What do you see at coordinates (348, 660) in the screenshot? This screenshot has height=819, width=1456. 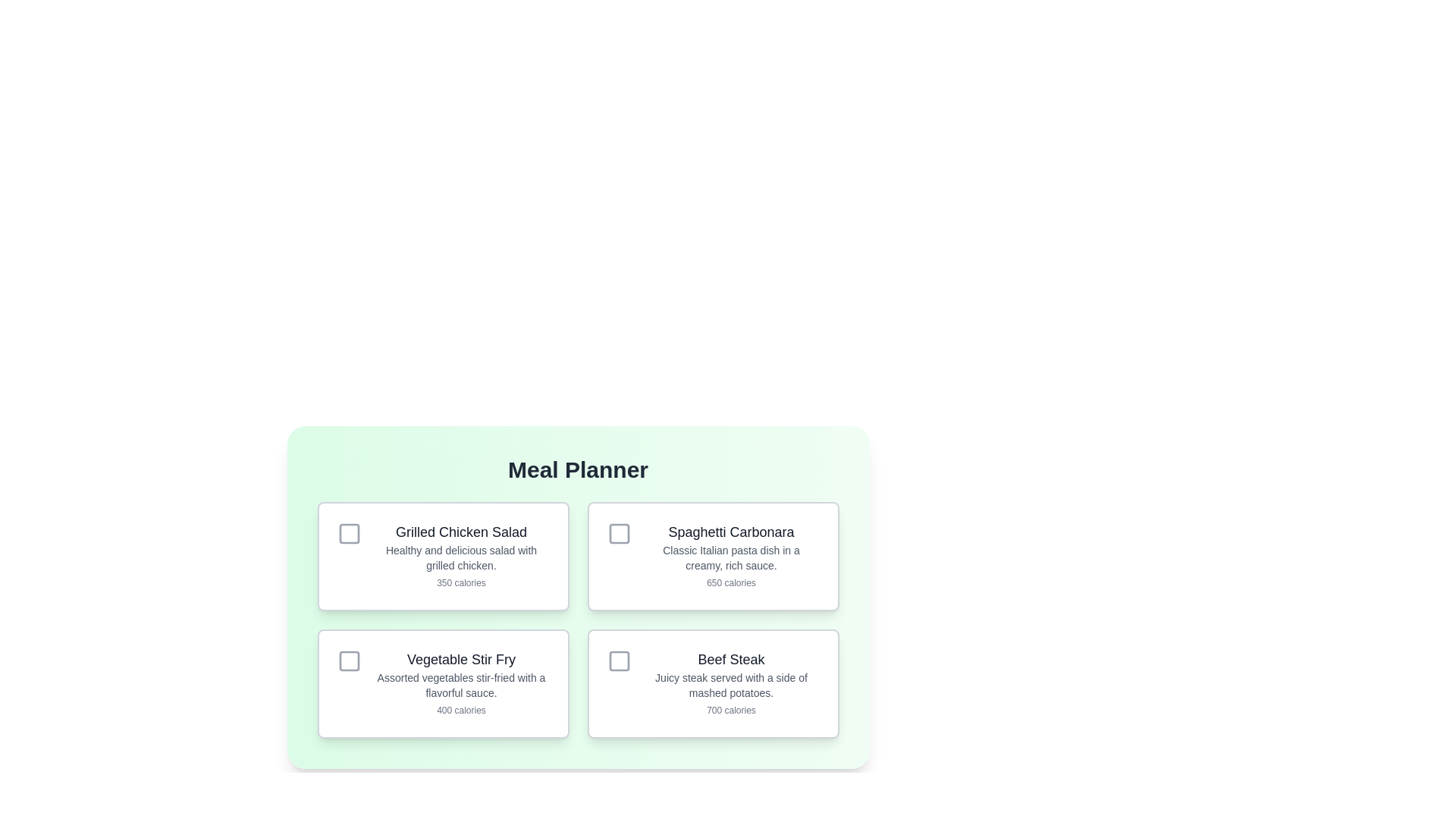 I see `the checkbox located in the 'Vegetable Stir Fry' card in the meal selection grid` at bounding box center [348, 660].